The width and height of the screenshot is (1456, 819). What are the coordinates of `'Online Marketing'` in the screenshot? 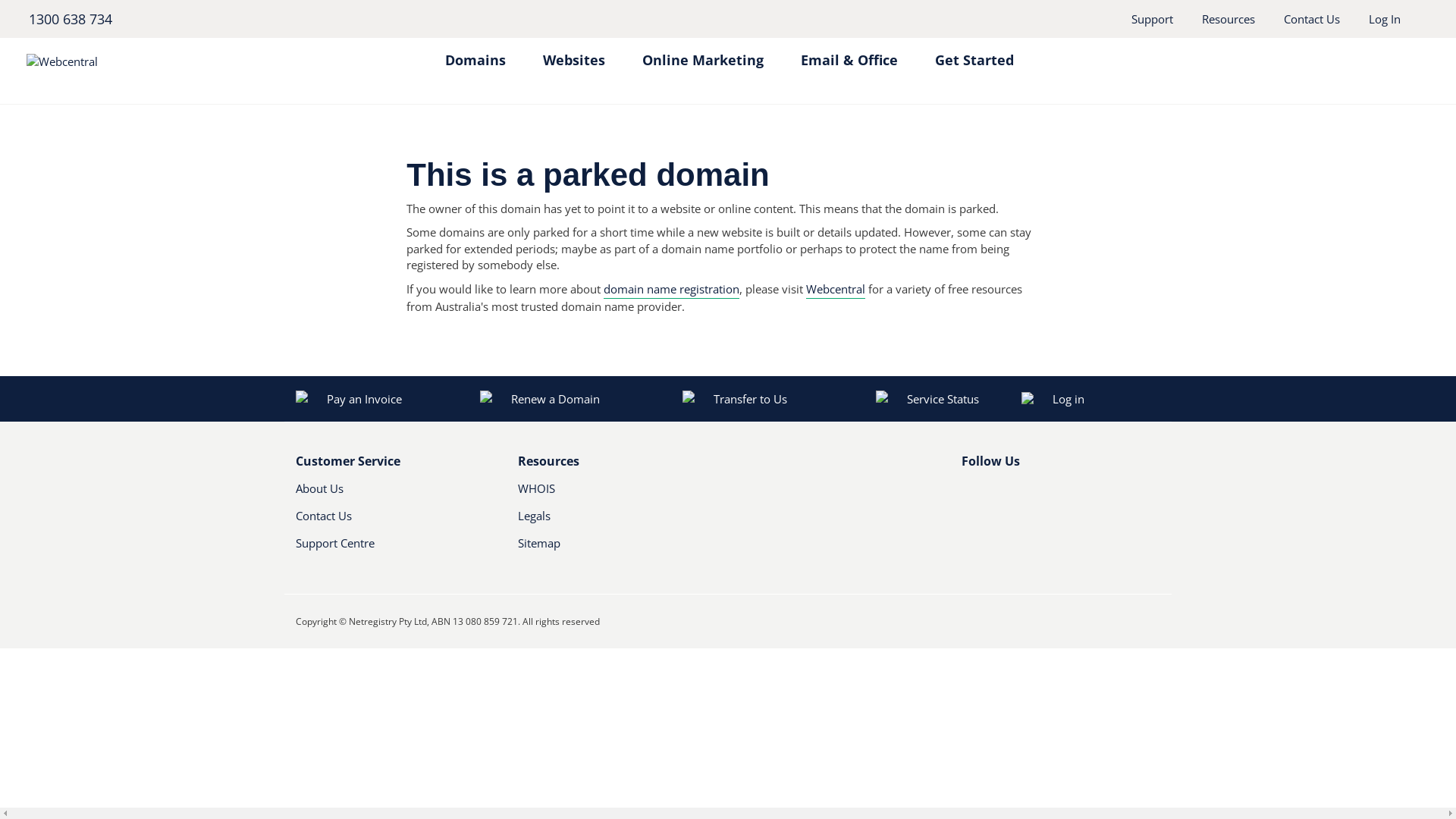 It's located at (641, 52).